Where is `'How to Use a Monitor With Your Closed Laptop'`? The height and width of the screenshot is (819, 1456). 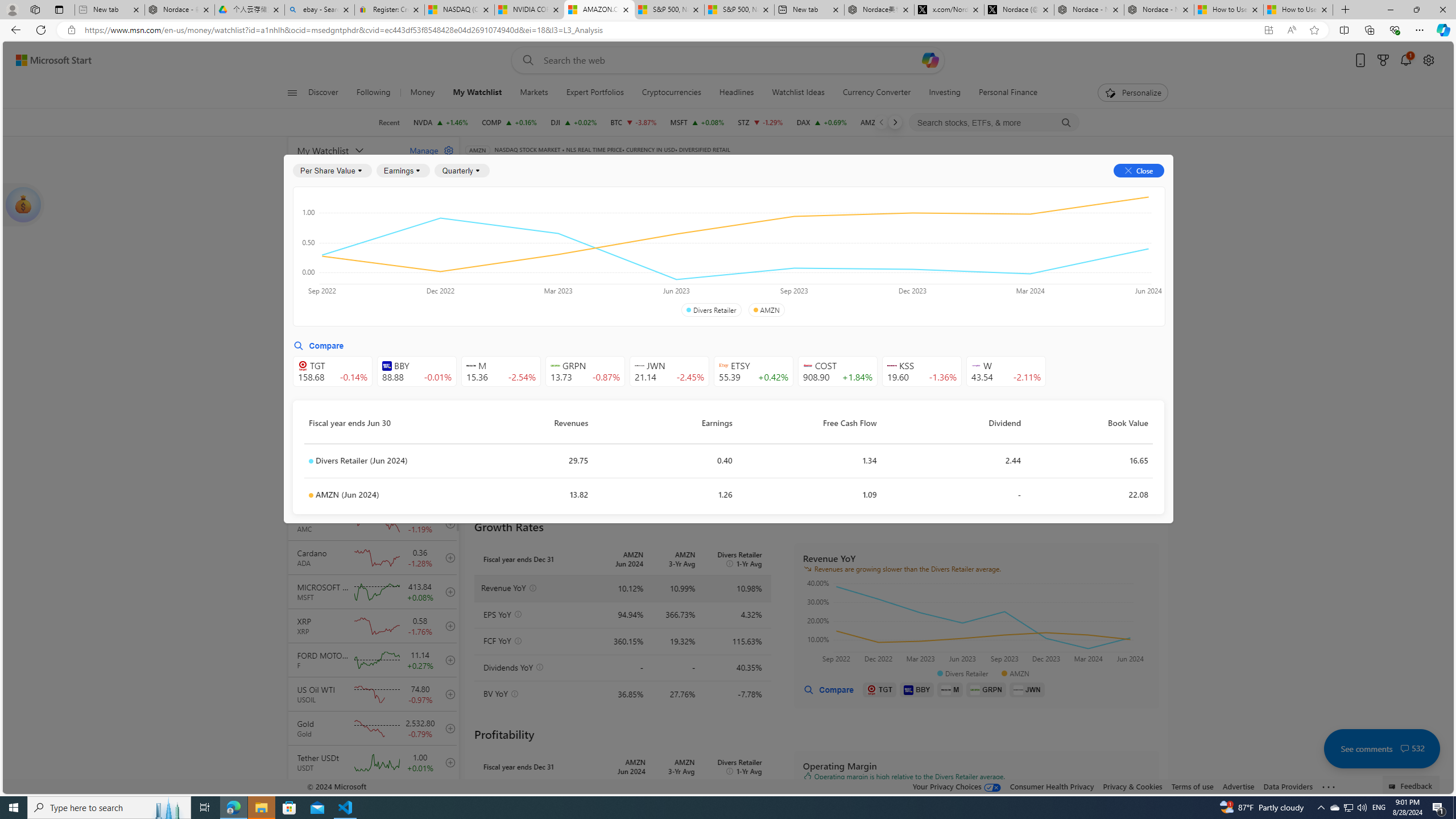
'How to Use a Monitor With Your Closed Laptop' is located at coordinates (1298, 9).